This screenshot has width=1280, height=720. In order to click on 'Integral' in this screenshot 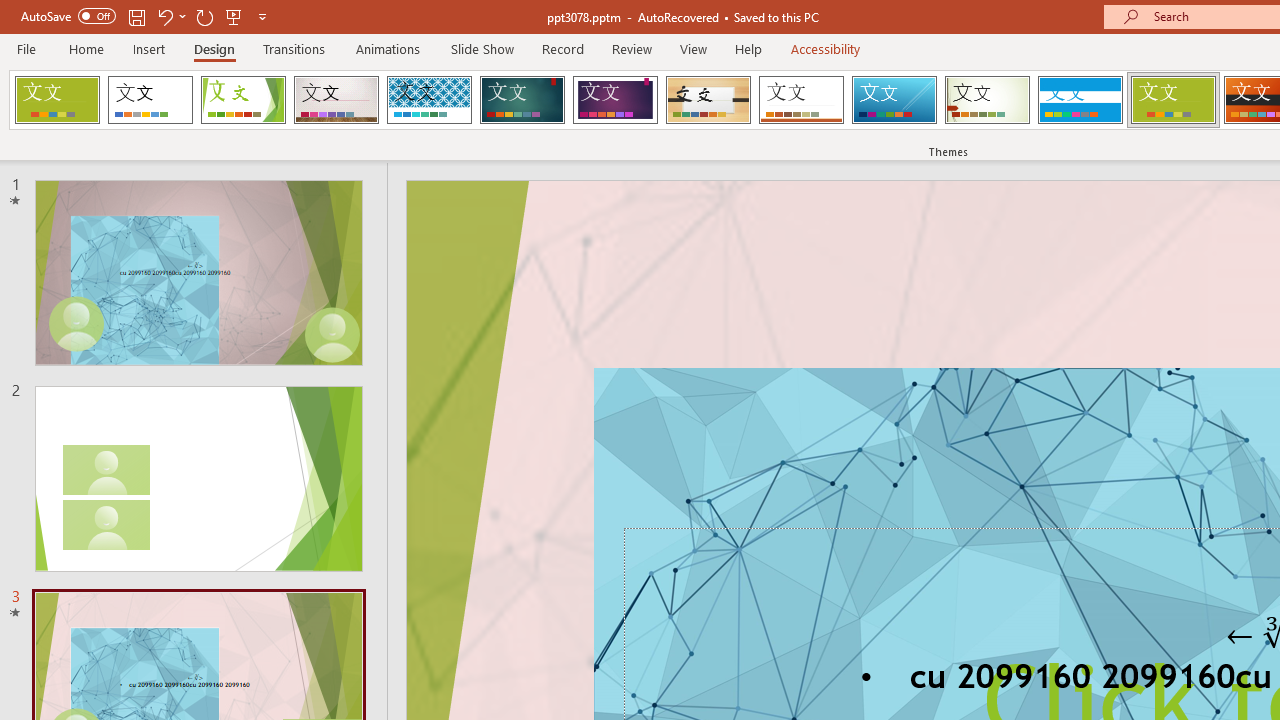, I will do `click(428, 100)`.